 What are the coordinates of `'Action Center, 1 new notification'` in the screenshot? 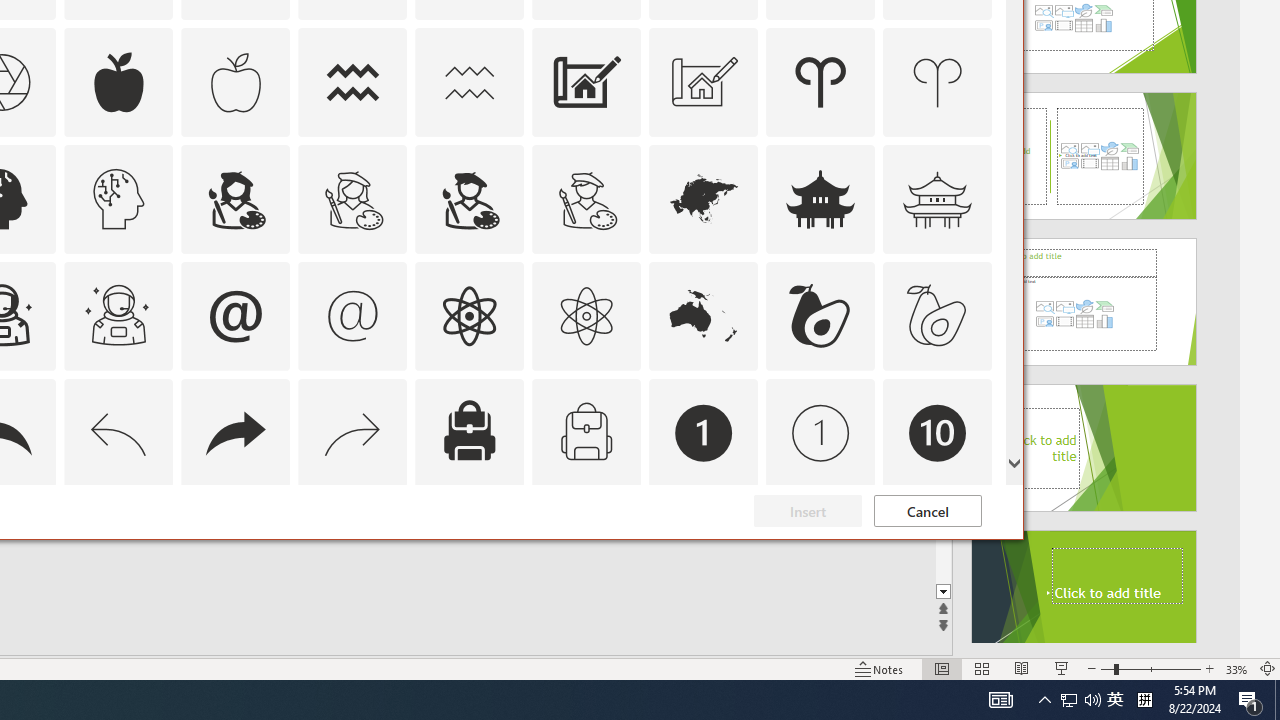 It's located at (1250, 698).